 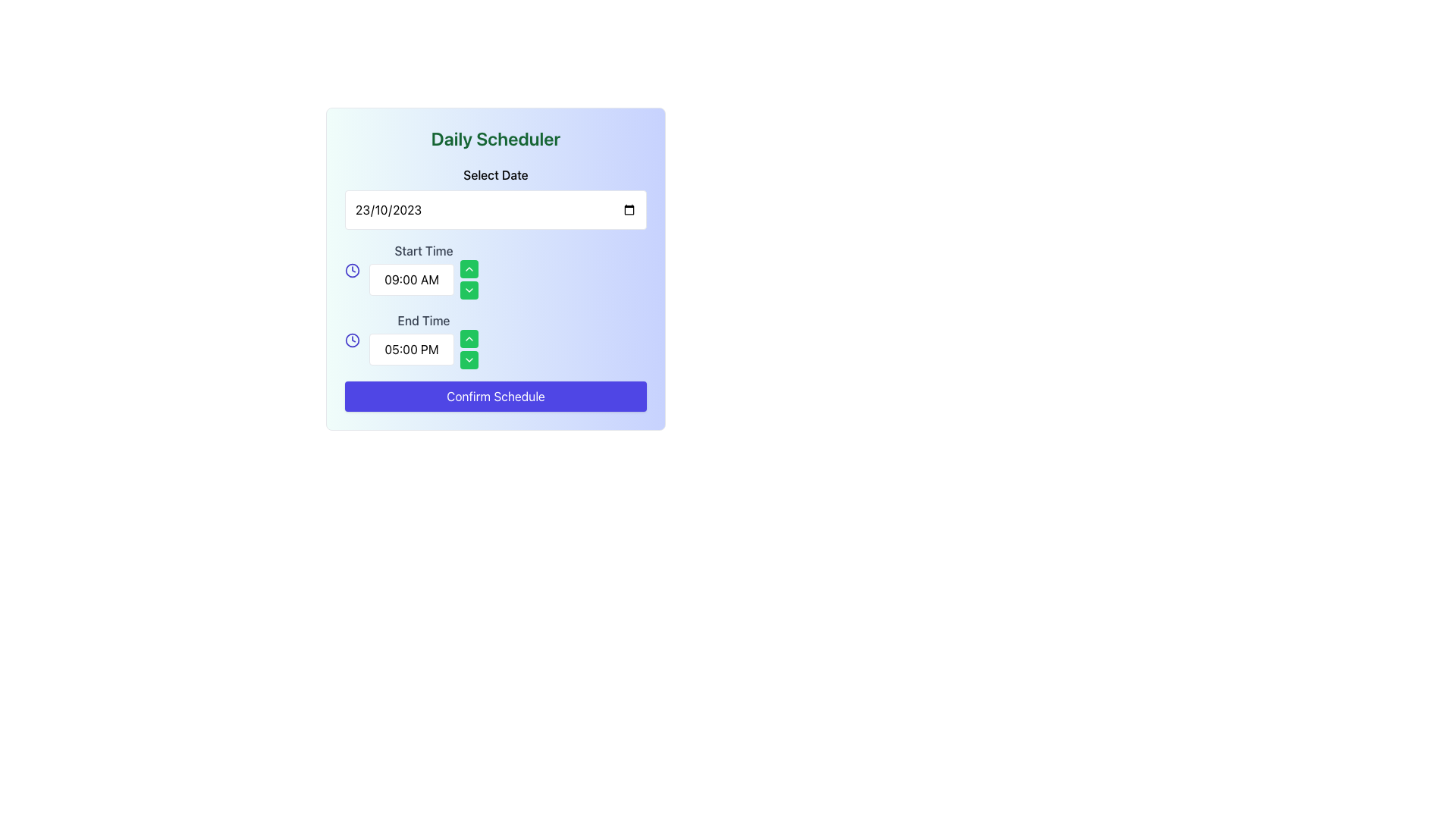 I want to click on the upward arrow of the Time Picker to increase the start time for the schedule, which is located below the title 'Daily Scheduler', so click(x=423, y=270).